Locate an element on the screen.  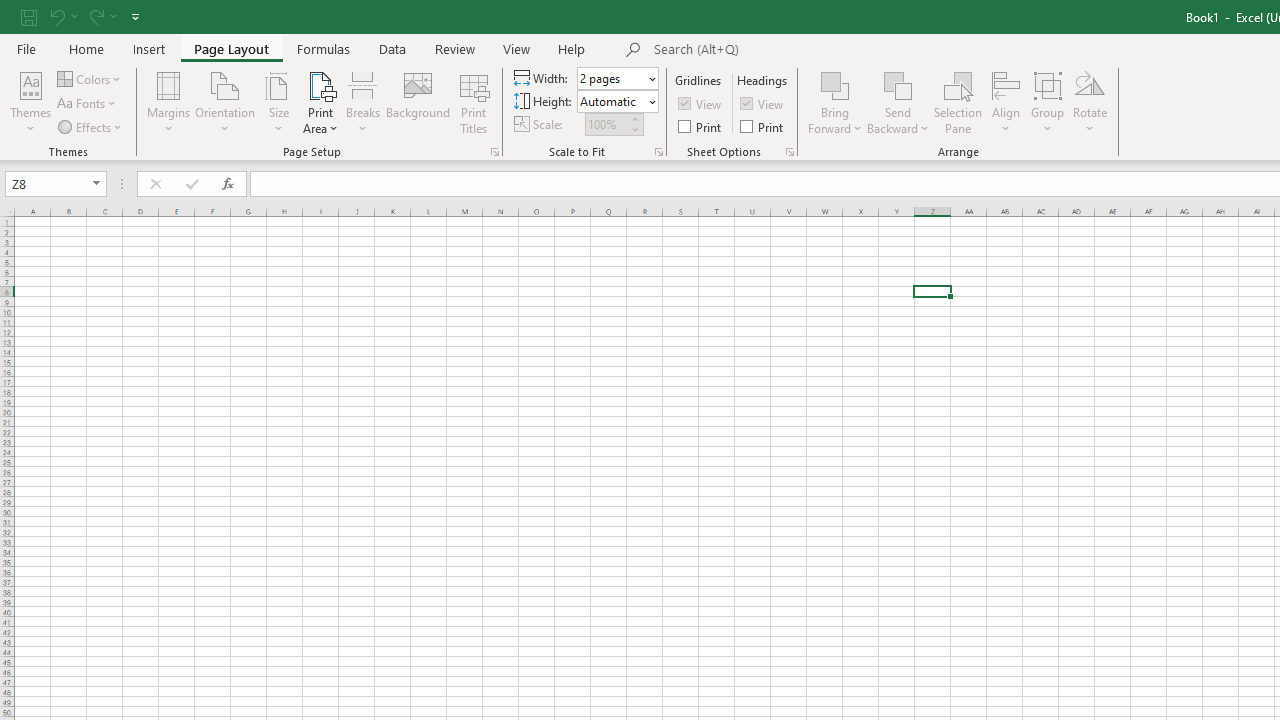
'Print' is located at coordinates (762, 126).